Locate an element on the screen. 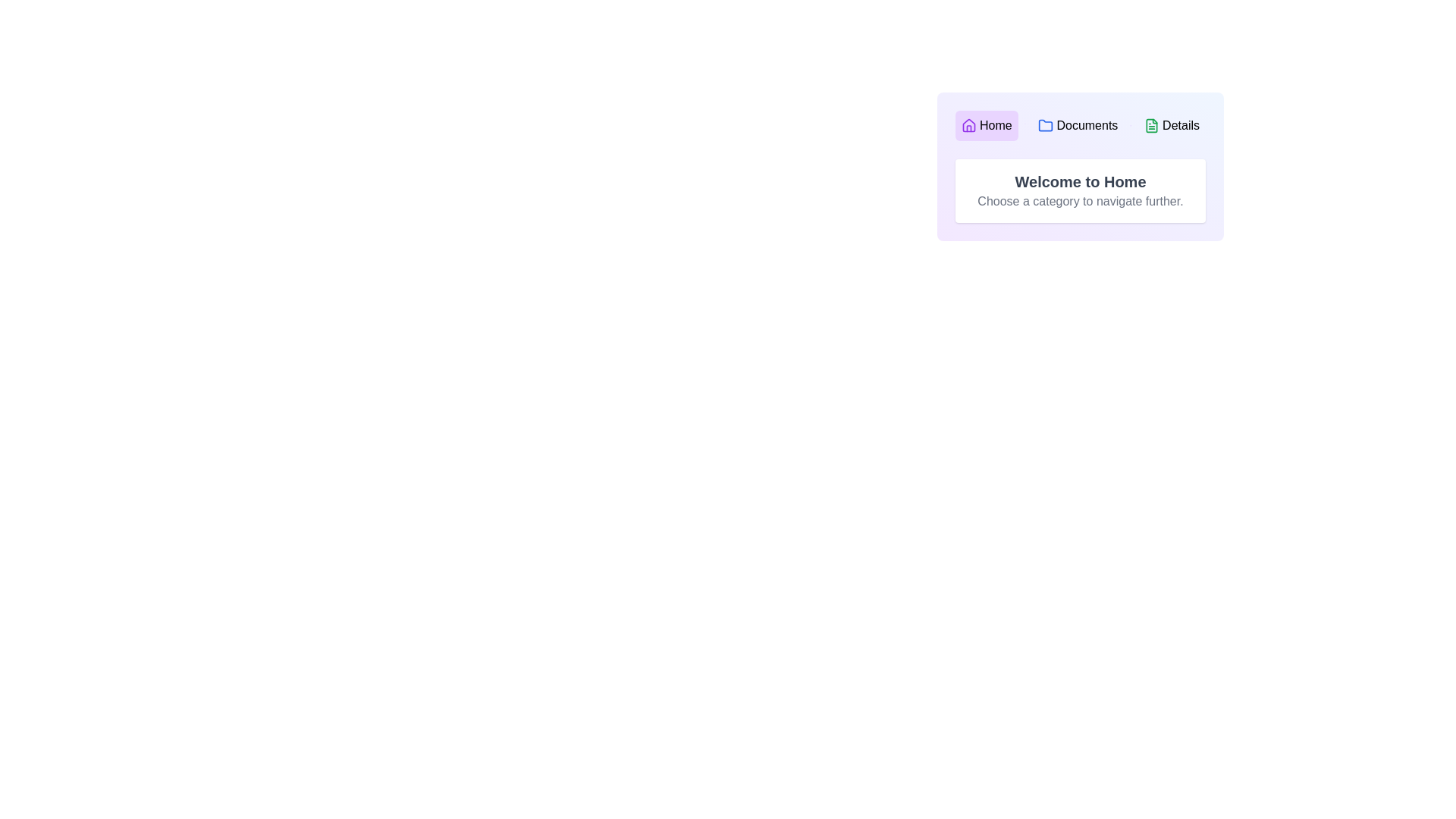  the 'Home' icon in the navigation bar is located at coordinates (968, 124).